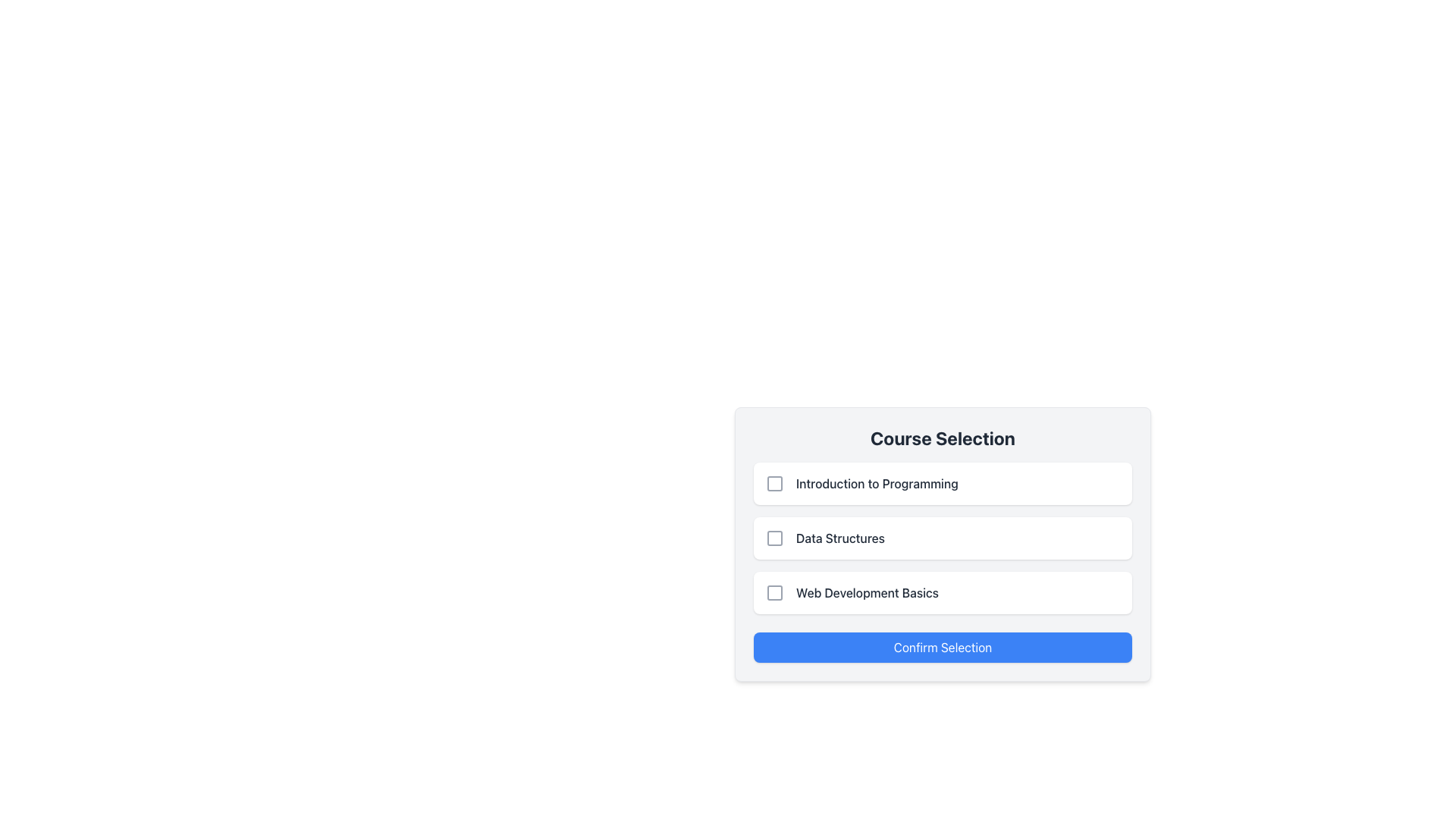 This screenshot has height=819, width=1456. I want to click on the unselected checkbox, so click(775, 592).